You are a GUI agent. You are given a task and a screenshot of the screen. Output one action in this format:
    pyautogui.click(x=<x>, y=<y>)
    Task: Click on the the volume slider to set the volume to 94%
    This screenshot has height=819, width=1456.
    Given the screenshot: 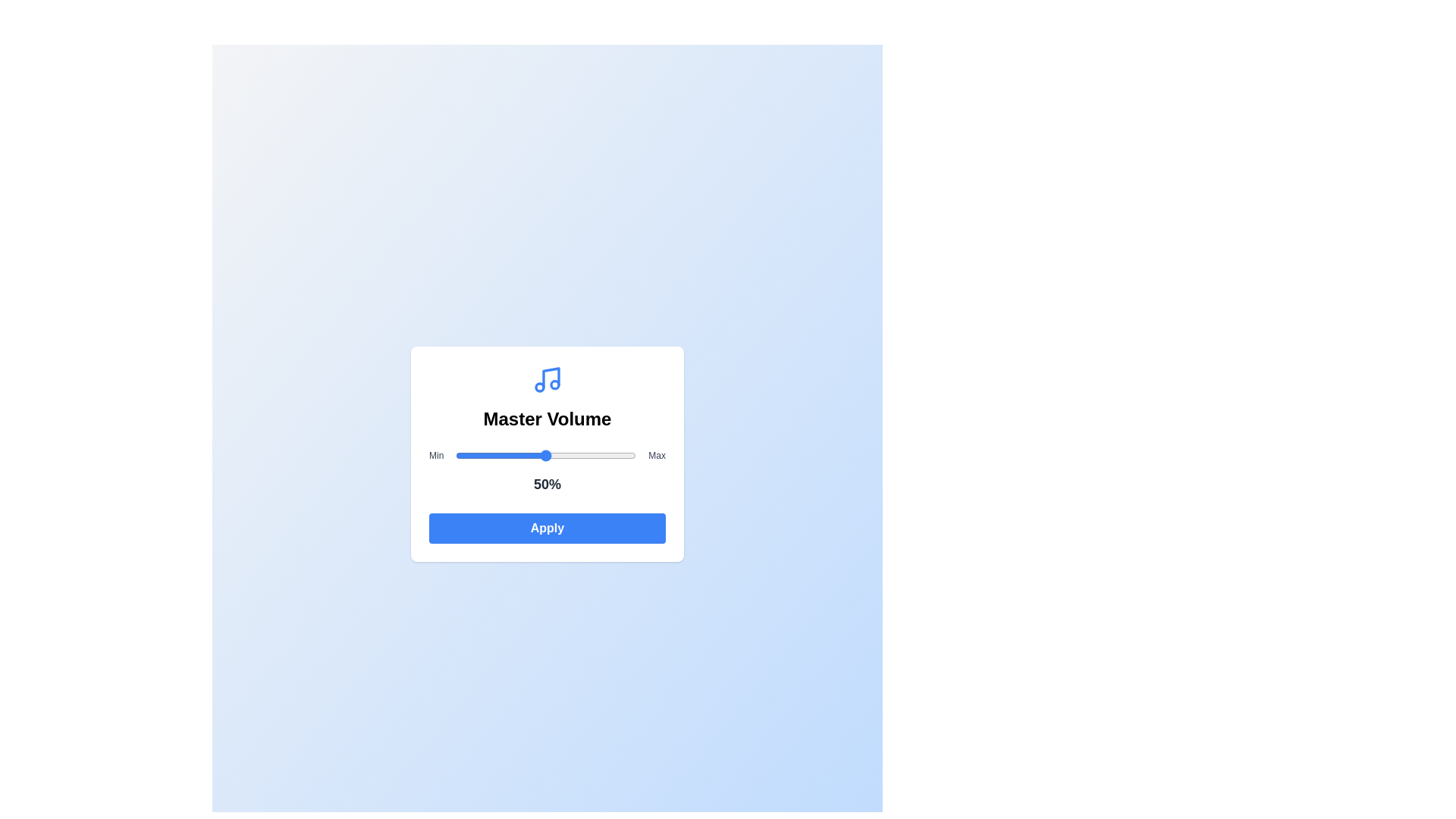 What is the action you would take?
    pyautogui.click(x=626, y=455)
    